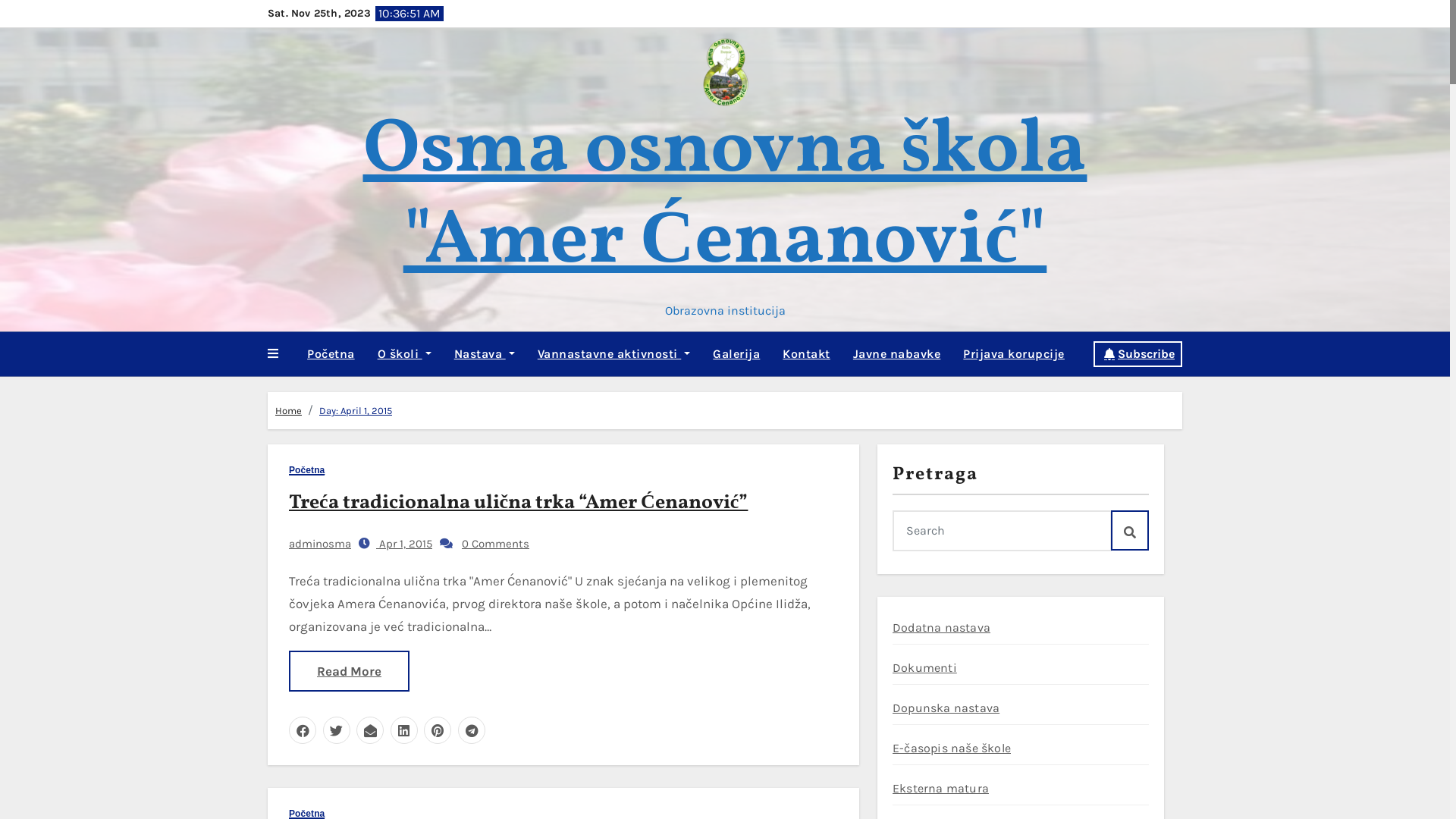  I want to click on 'Home', so click(275, 410).